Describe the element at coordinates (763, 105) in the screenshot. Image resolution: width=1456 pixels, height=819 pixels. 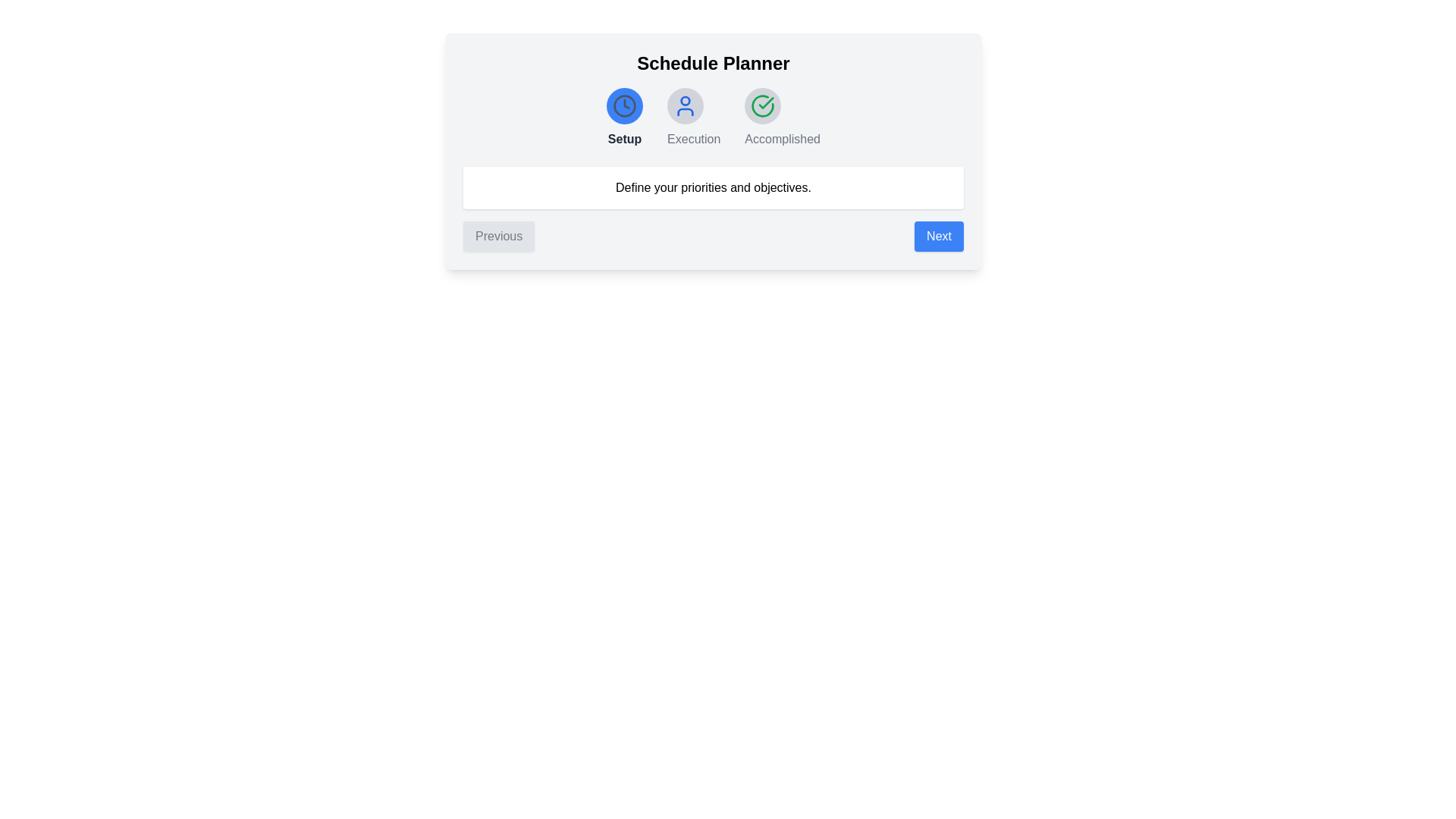
I see `the icon for the Accomplished step to navigate to it` at that location.